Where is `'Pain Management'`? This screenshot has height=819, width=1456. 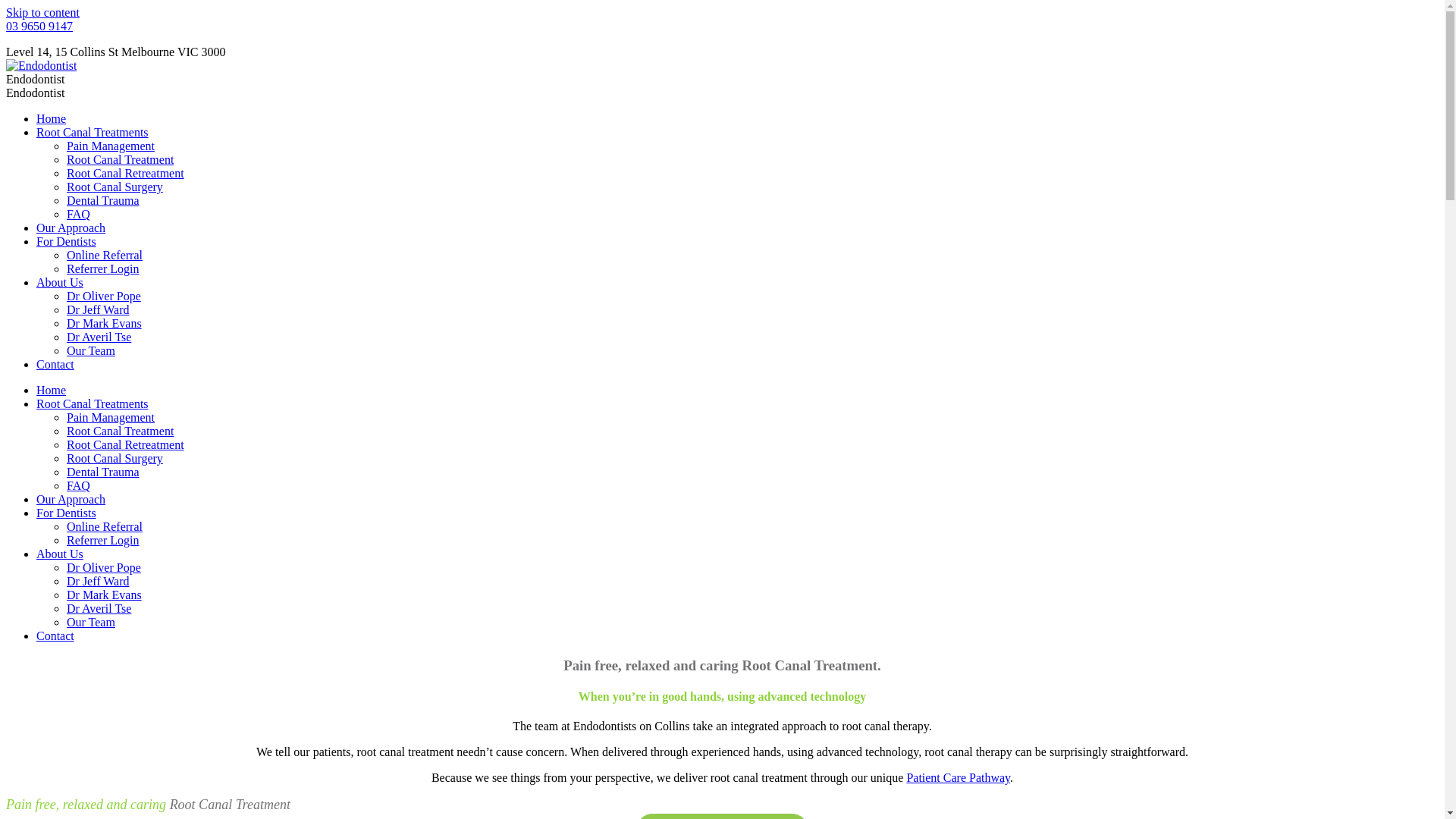 'Pain Management' is located at coordinates (109, 417).